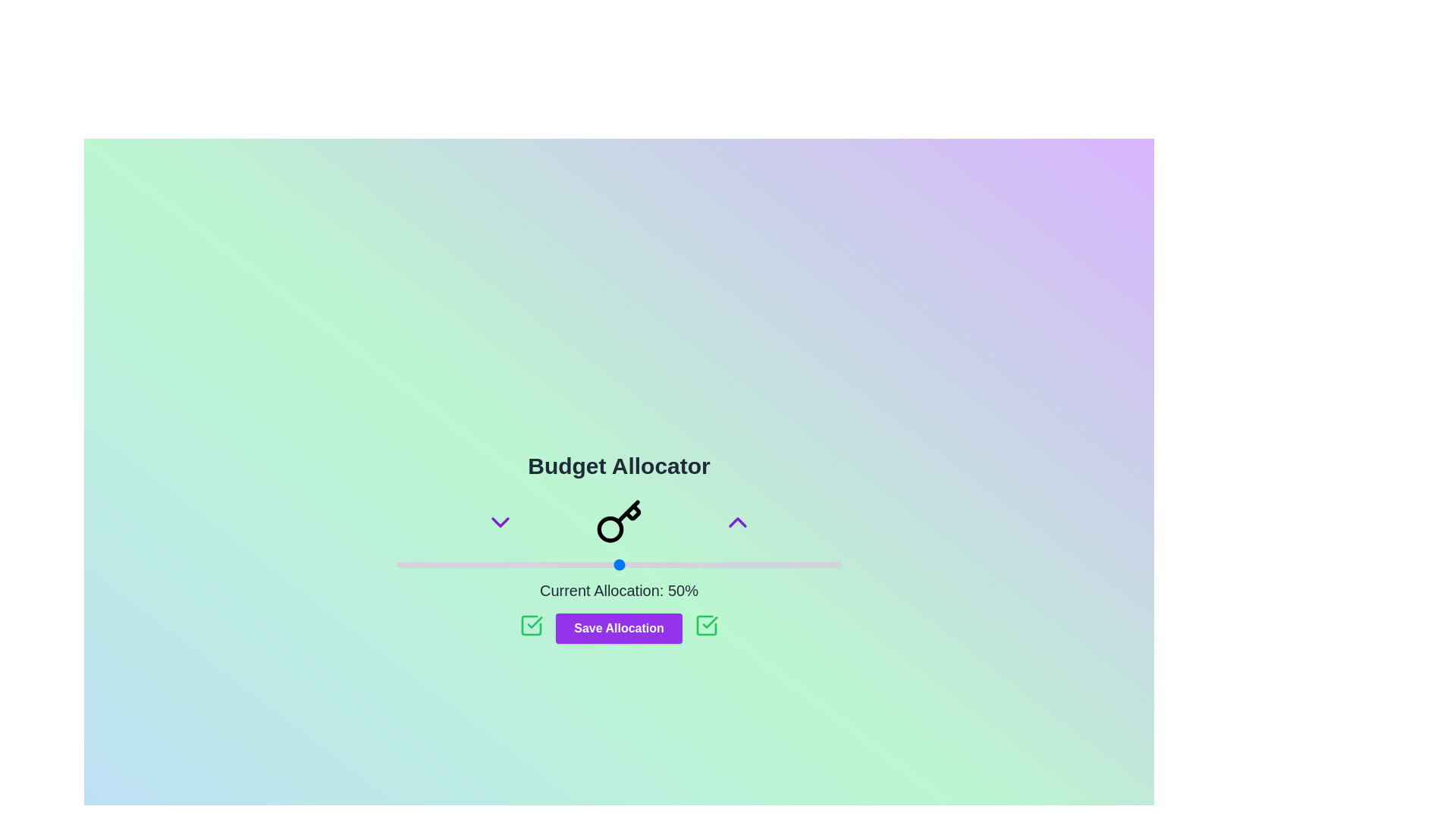 This screenshot has width=1456, height=819. What do you see at coordinates (426, 564) in the screenshot?
I see `the slider to set the budget to 7%` at bounding box center [426, 564].